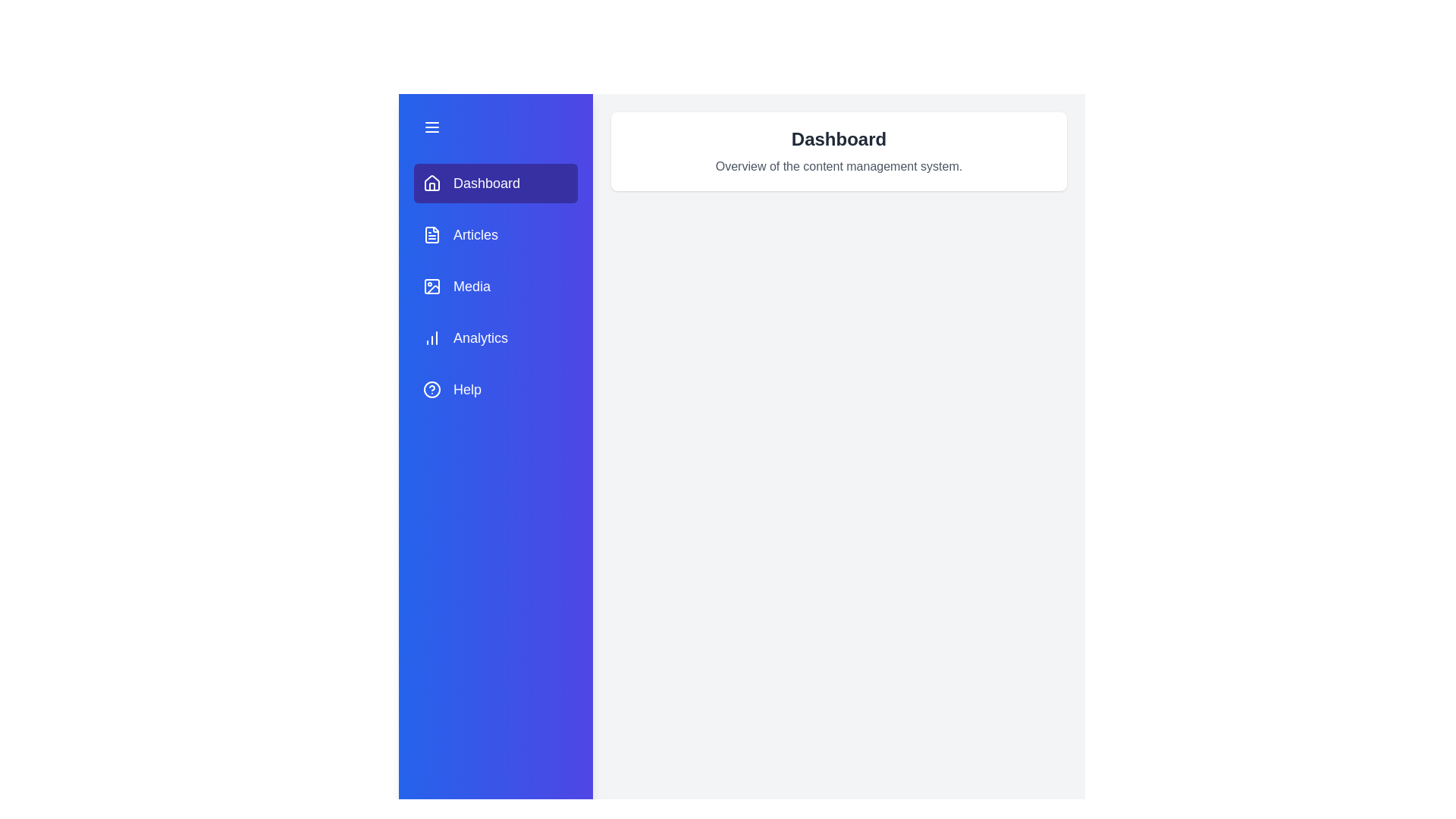 This screenshot has height=819, width=1456. I want to click on the tab labeled Dashboard to change the active section, so click(495, 183).